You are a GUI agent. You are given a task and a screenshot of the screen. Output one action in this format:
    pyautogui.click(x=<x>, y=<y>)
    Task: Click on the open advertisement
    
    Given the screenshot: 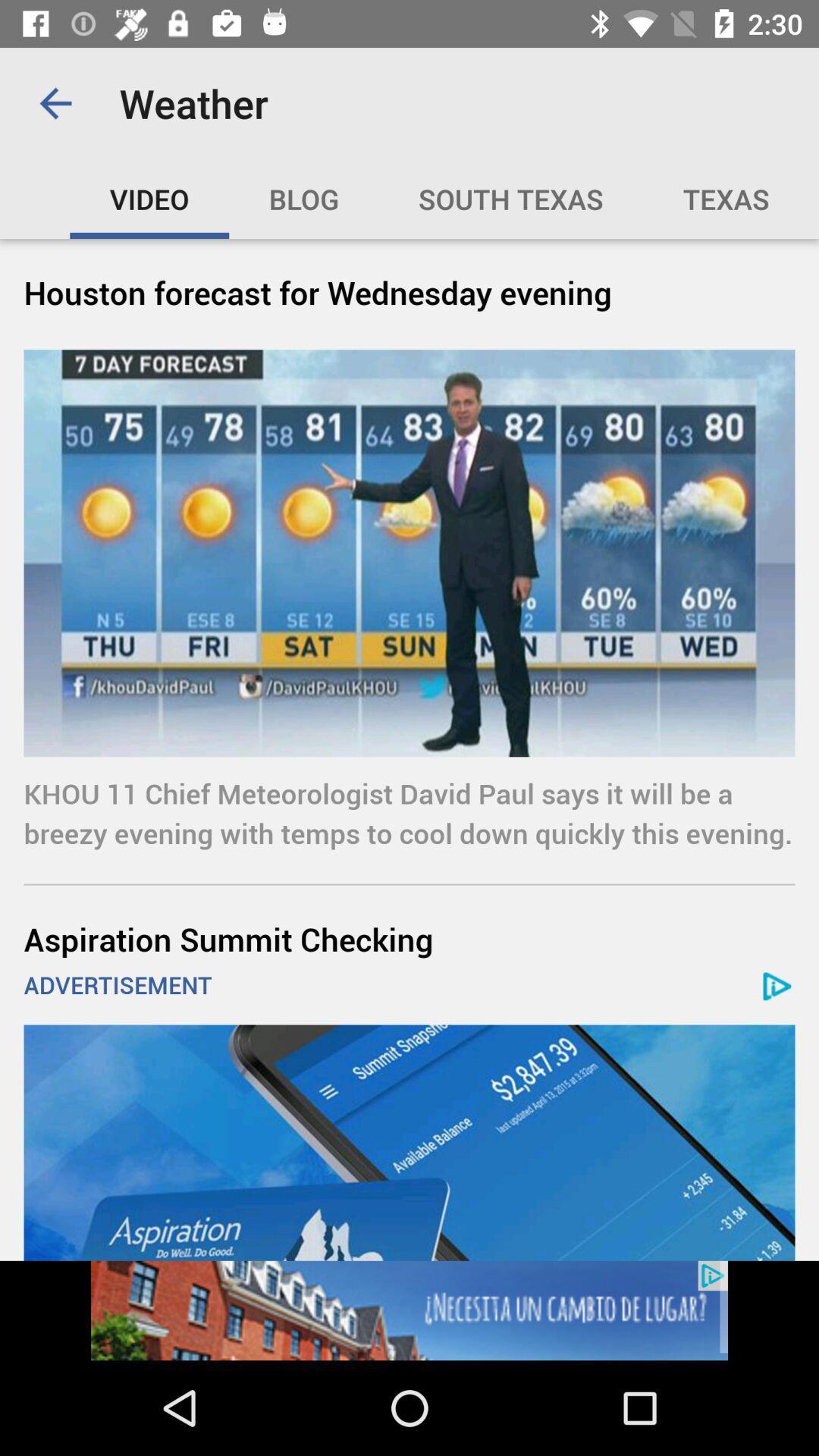 What is the action you would take?
    pyautogui.click(x=409, y=1310)
    